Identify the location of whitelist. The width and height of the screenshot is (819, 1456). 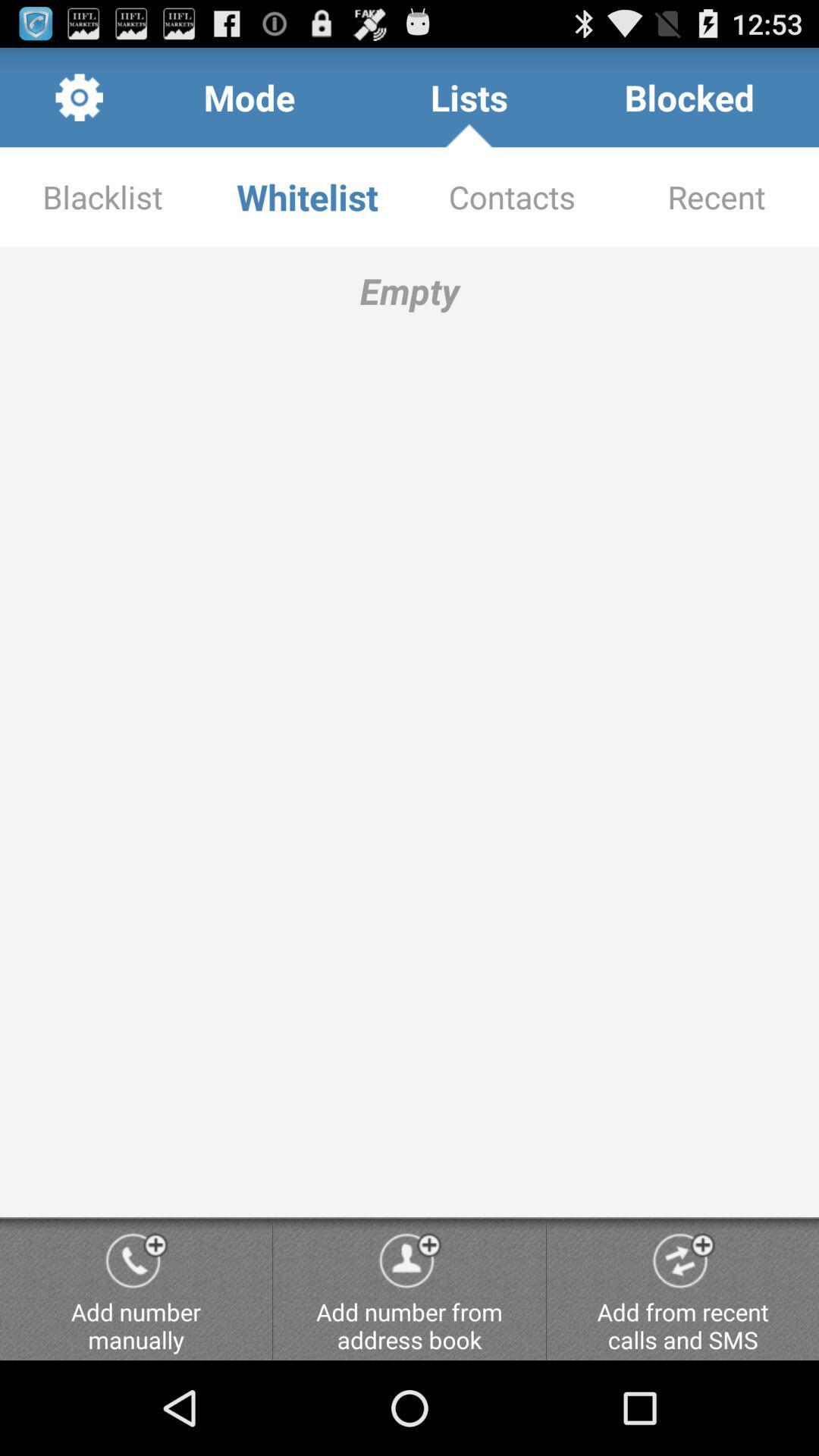
(307, 196).